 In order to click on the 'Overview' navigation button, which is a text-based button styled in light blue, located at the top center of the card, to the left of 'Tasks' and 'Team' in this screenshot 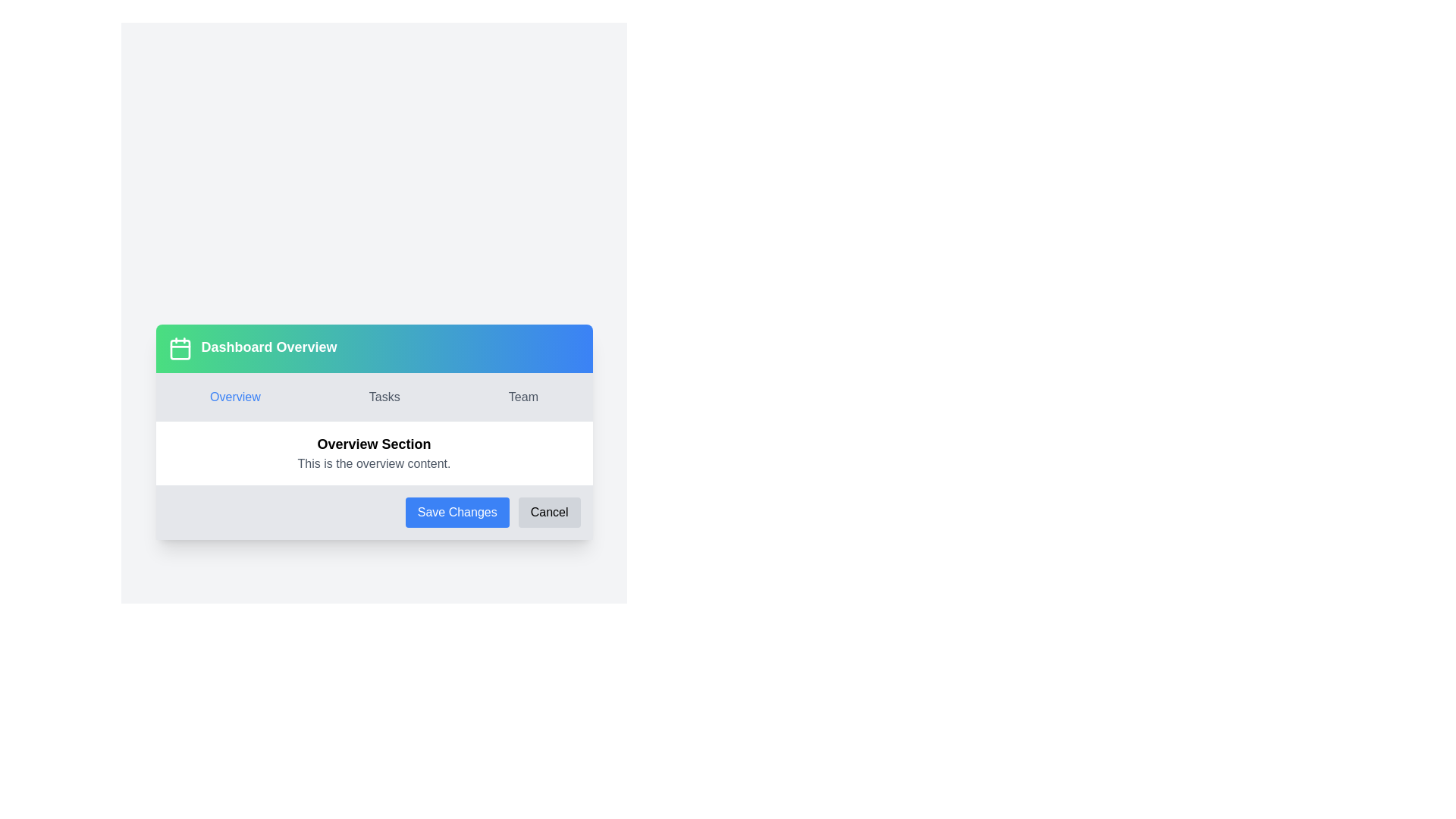, I will do `click(234, 397)`.